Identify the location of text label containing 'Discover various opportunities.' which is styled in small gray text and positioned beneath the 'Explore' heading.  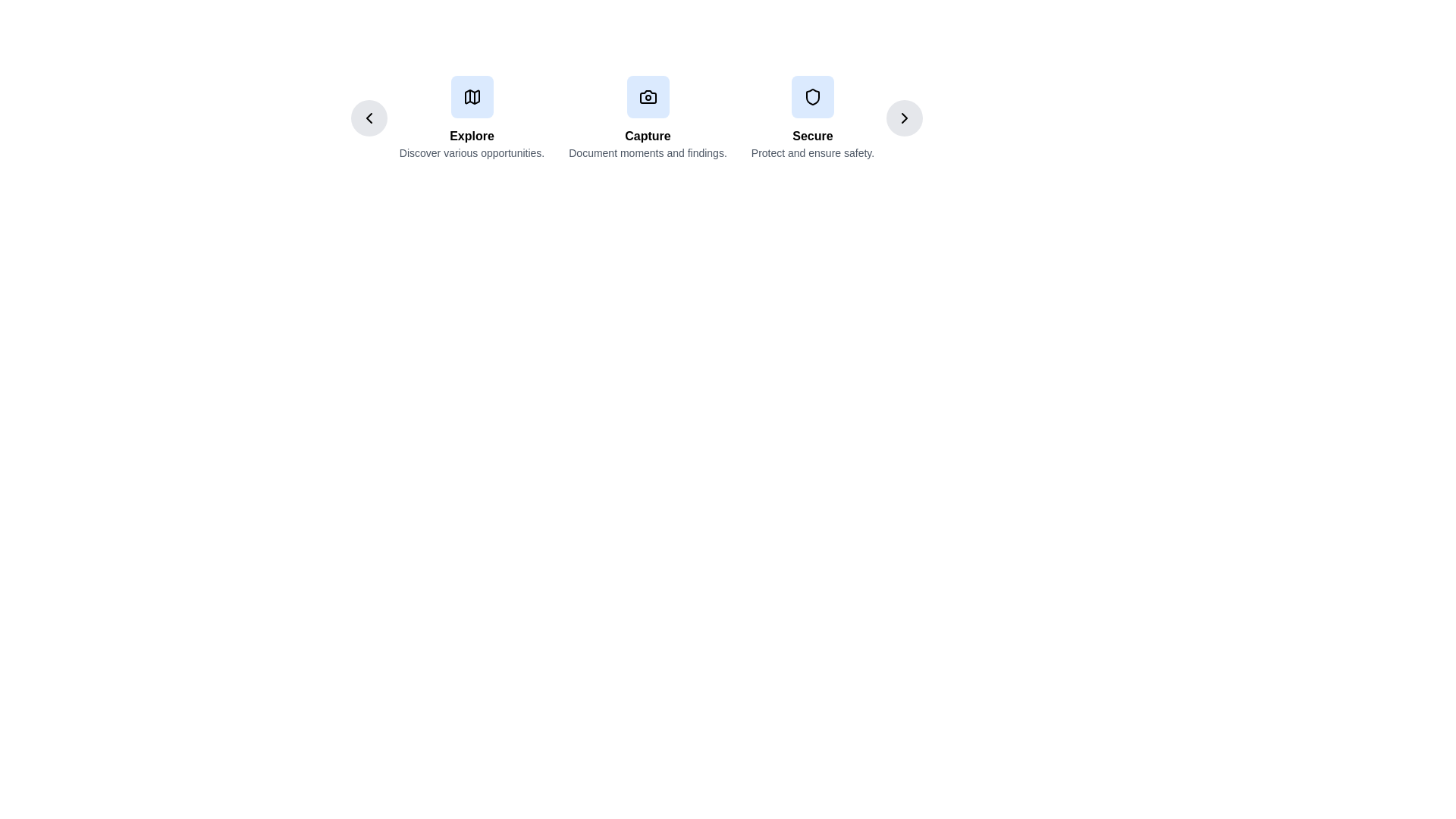
(471, 152).